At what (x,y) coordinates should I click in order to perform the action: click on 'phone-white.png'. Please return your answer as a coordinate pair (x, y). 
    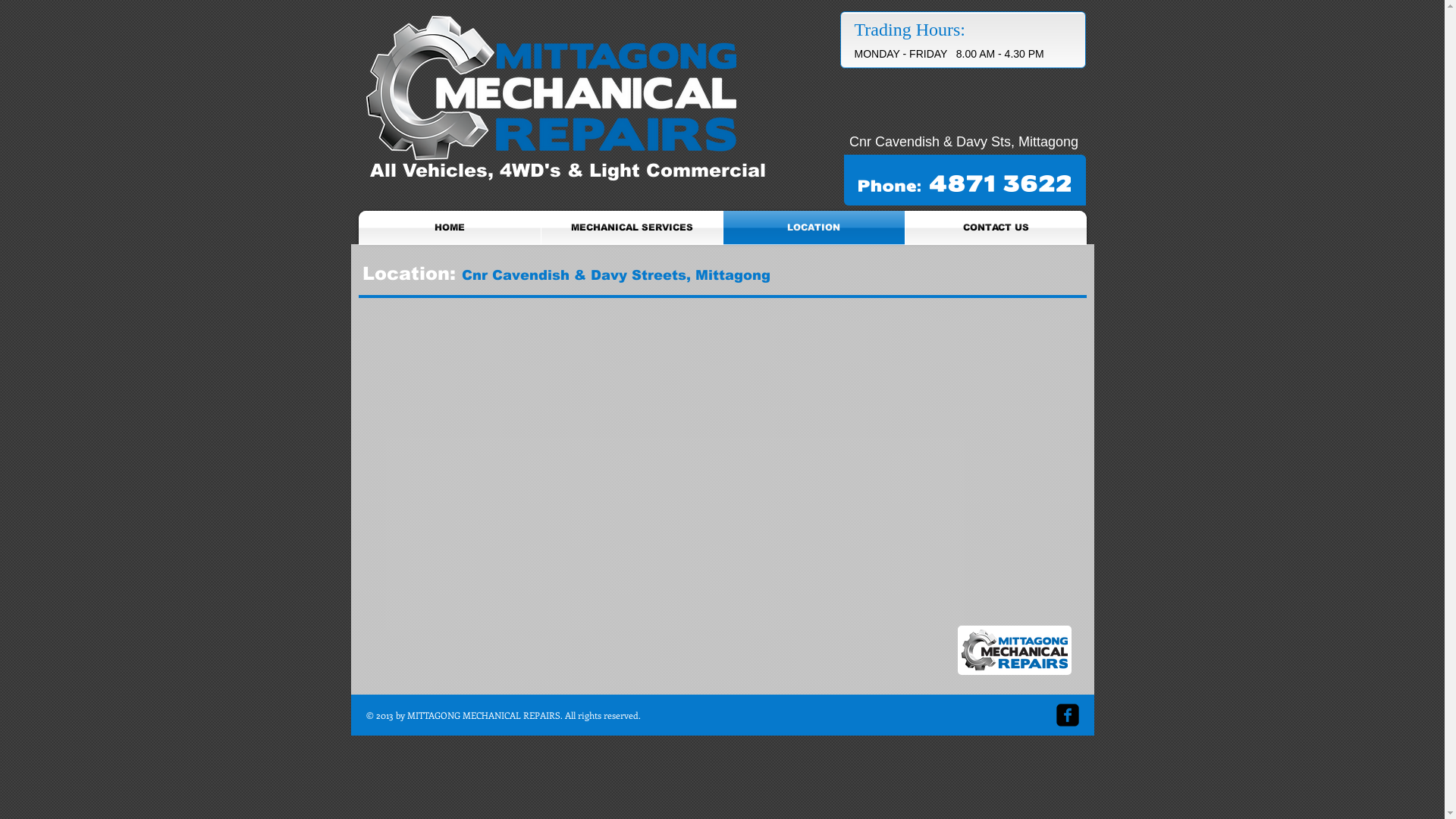
    Looking at the image, I should click on (858, 182).